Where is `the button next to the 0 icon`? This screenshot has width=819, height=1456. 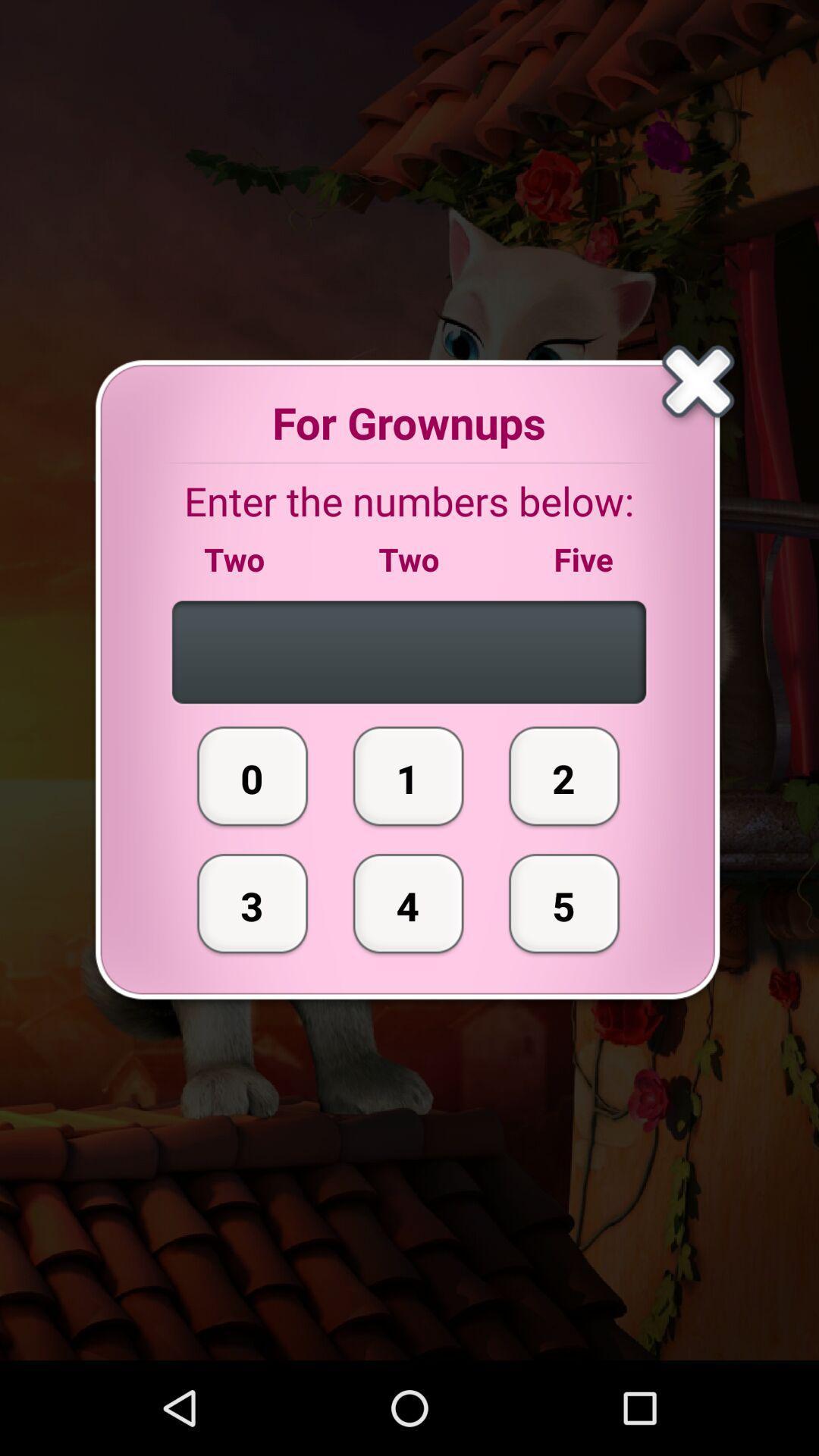 the button next to the 0 icon is located at coordinates (408, 903).